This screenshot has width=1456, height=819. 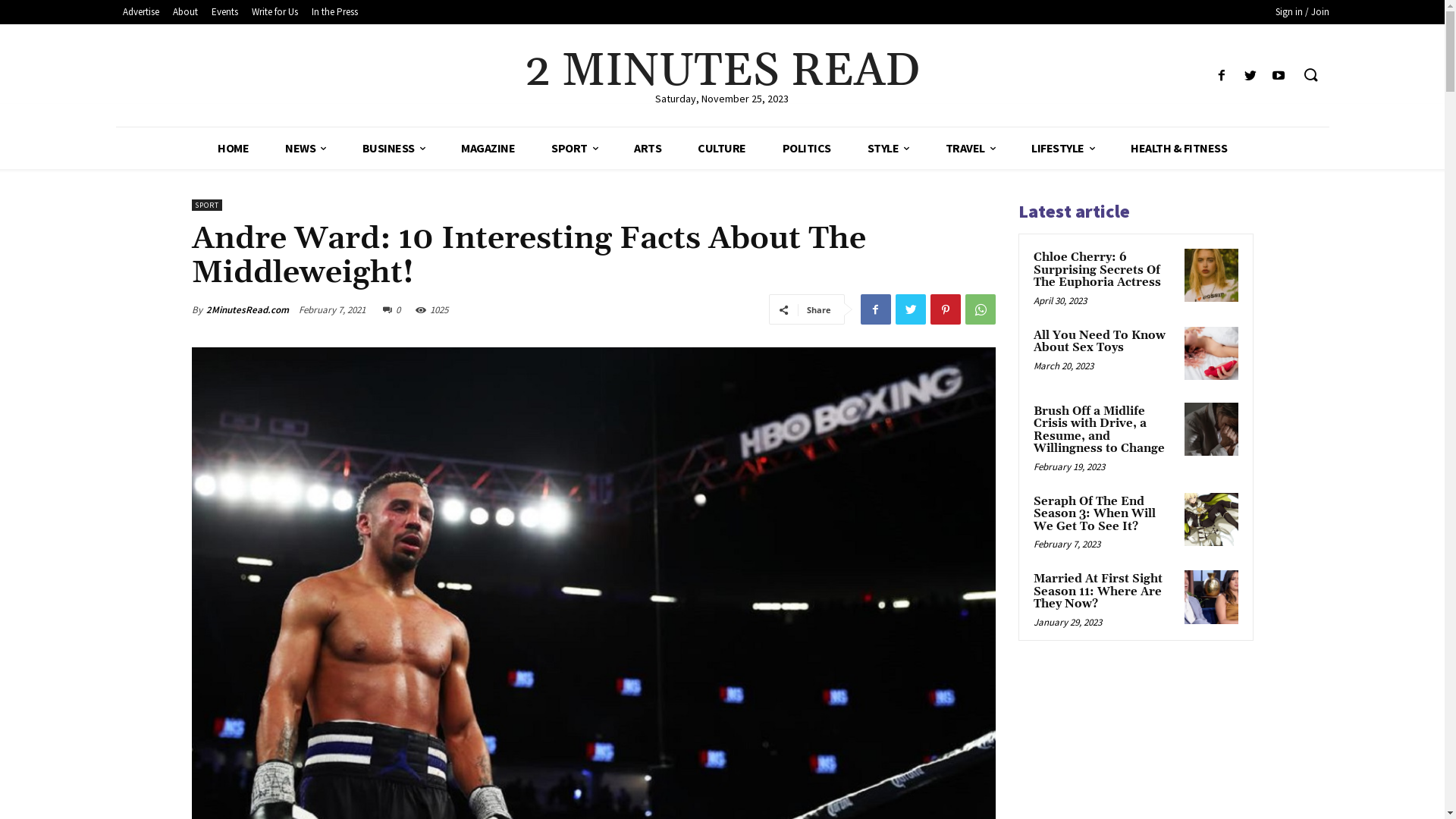 I want to click on 'About', so click(x=184, y=11).